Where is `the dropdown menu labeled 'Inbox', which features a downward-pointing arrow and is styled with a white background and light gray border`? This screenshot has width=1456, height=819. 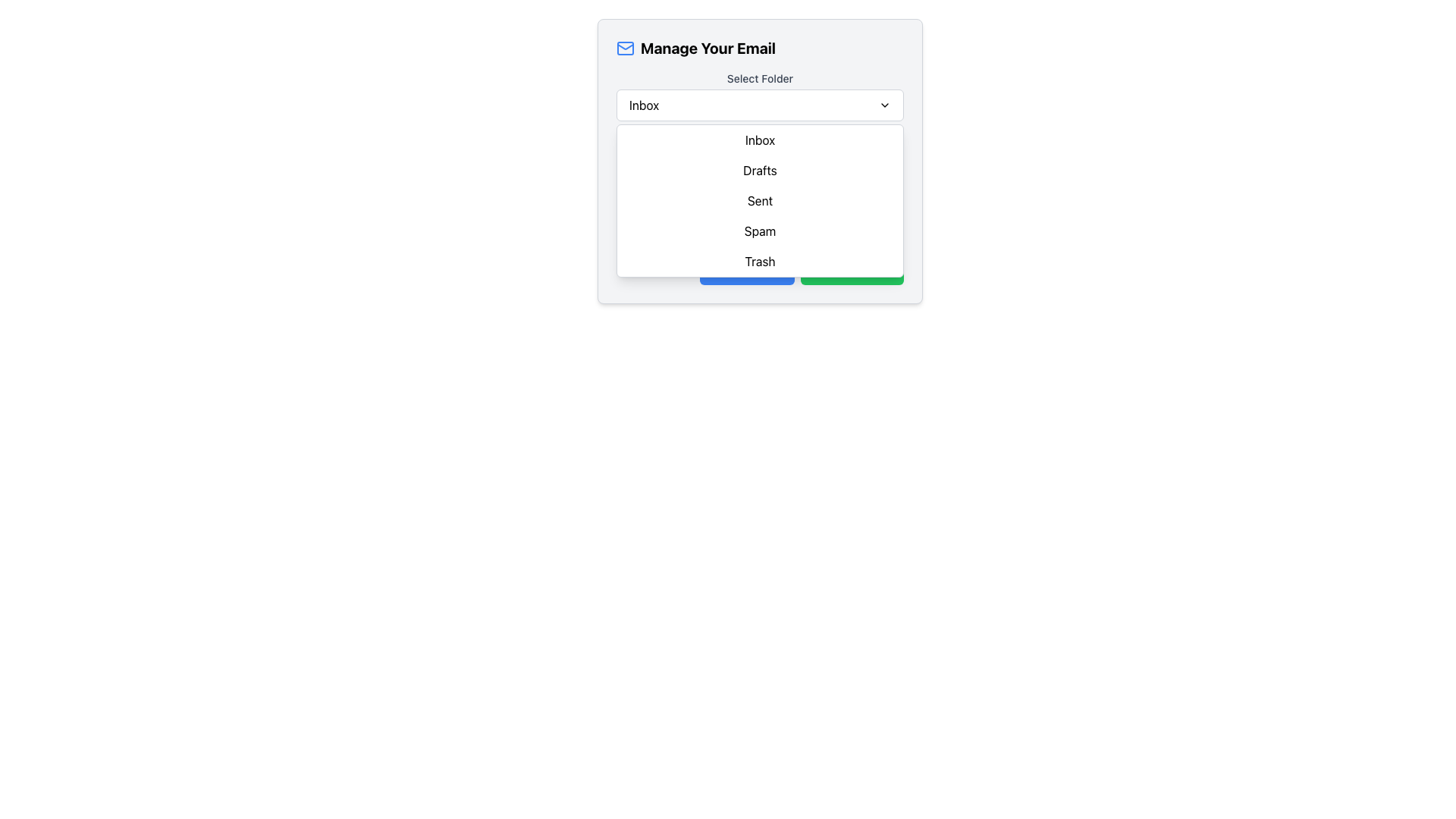
the dropdown menu labeled 'Inbox', which features a downward-pointing arrow and is styled with a white background and light gray border is located at coordinates (760, 104).